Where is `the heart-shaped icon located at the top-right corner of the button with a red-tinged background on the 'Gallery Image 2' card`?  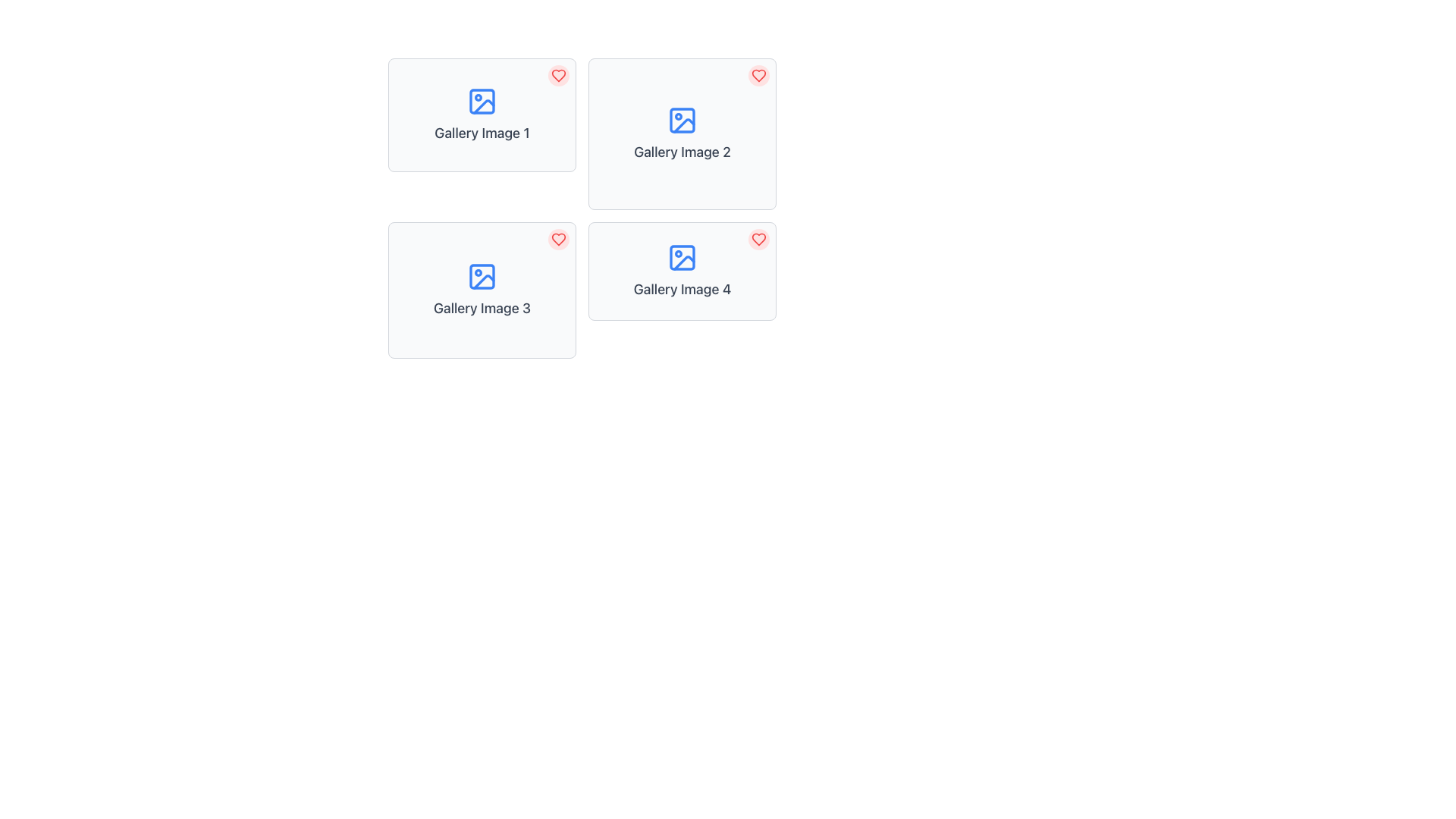 the heart-shaped icon located at the top-right corner of the button with a red-tinged background on the 'Gallery Image 2' card is located at coordinates (759, 76).